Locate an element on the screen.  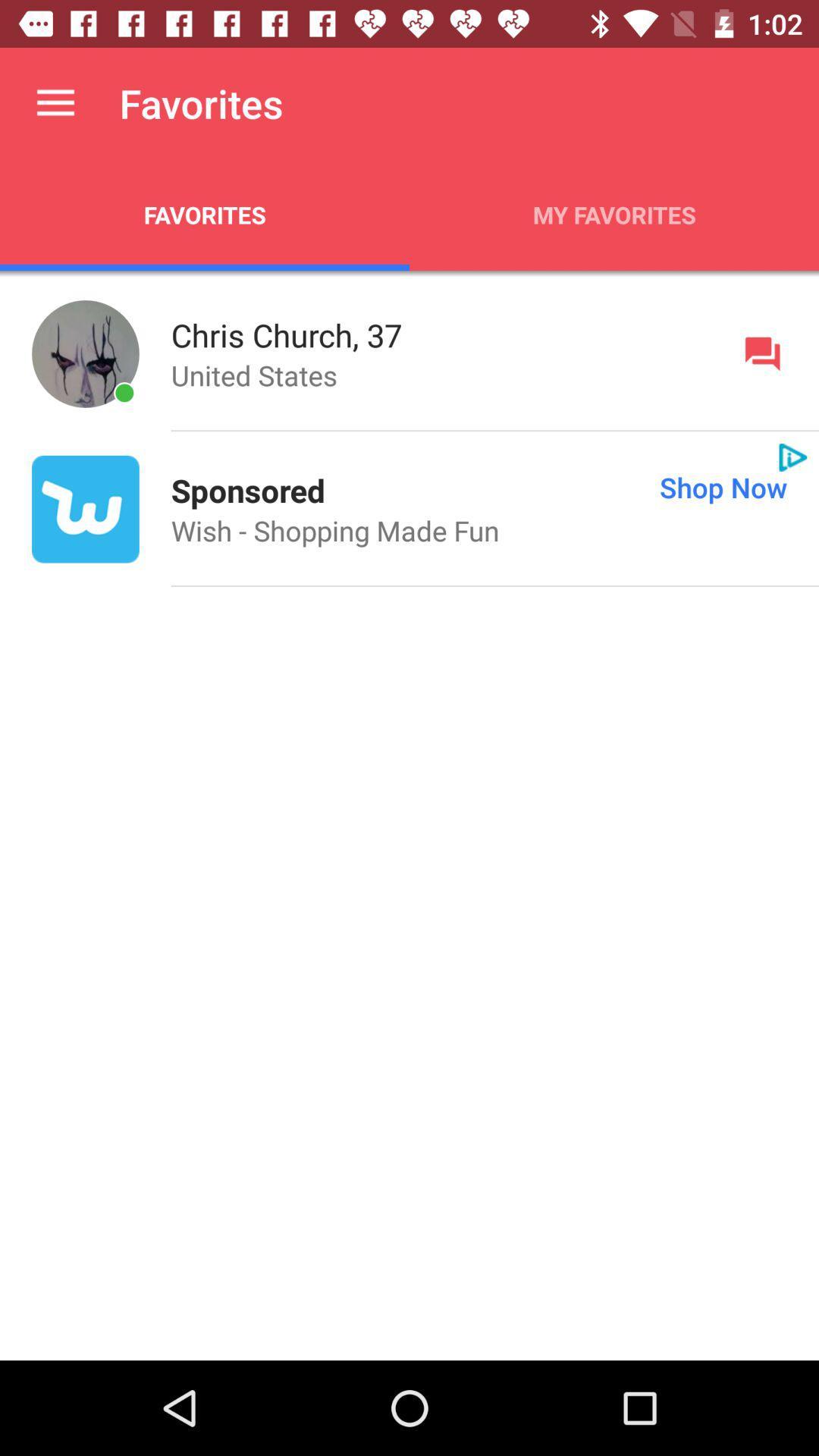
the icon above favorites is located at coordinates (55, 102).